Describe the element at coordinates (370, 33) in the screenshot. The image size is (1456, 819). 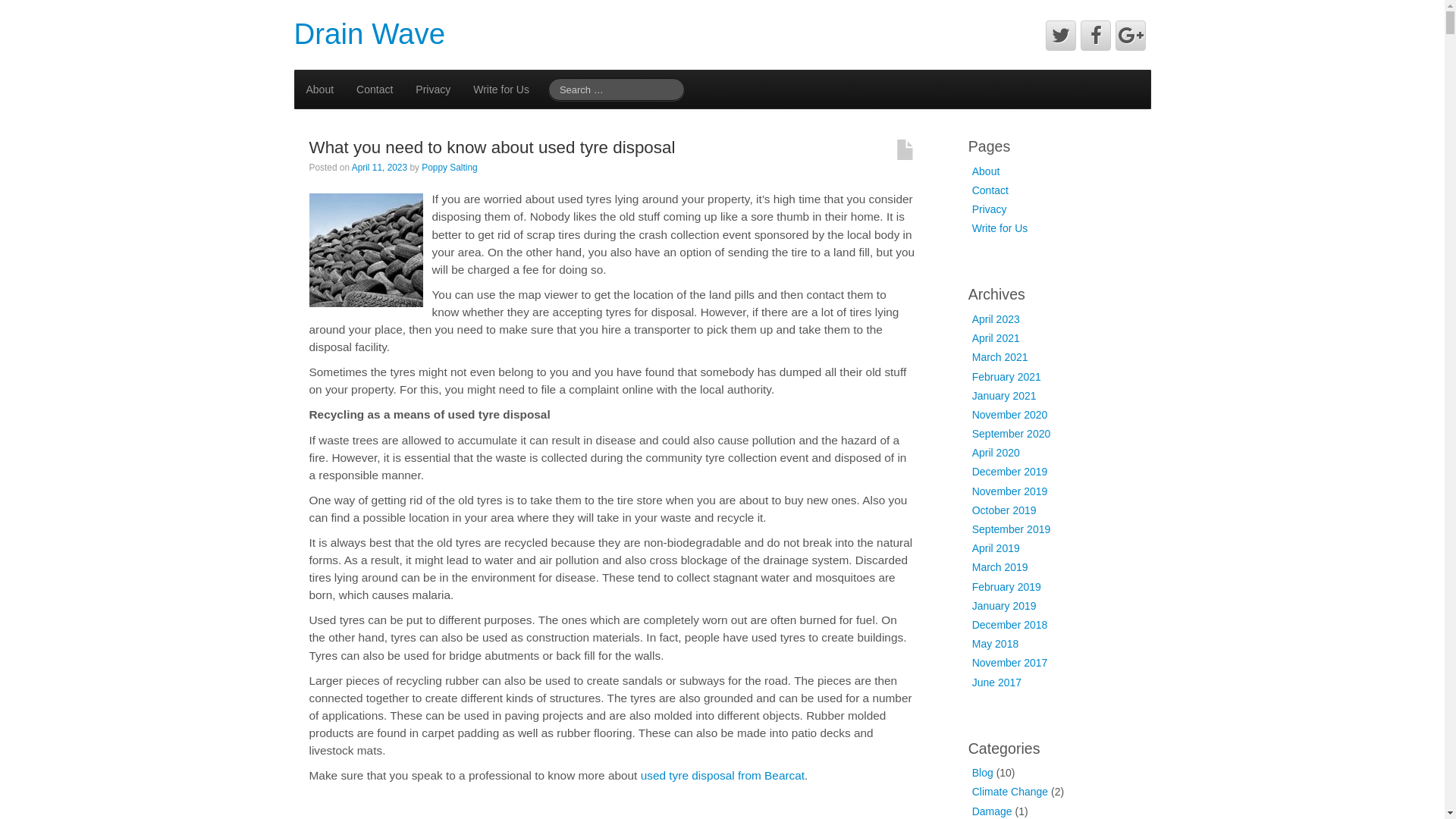
I see `'Drain Wave'` at that location.